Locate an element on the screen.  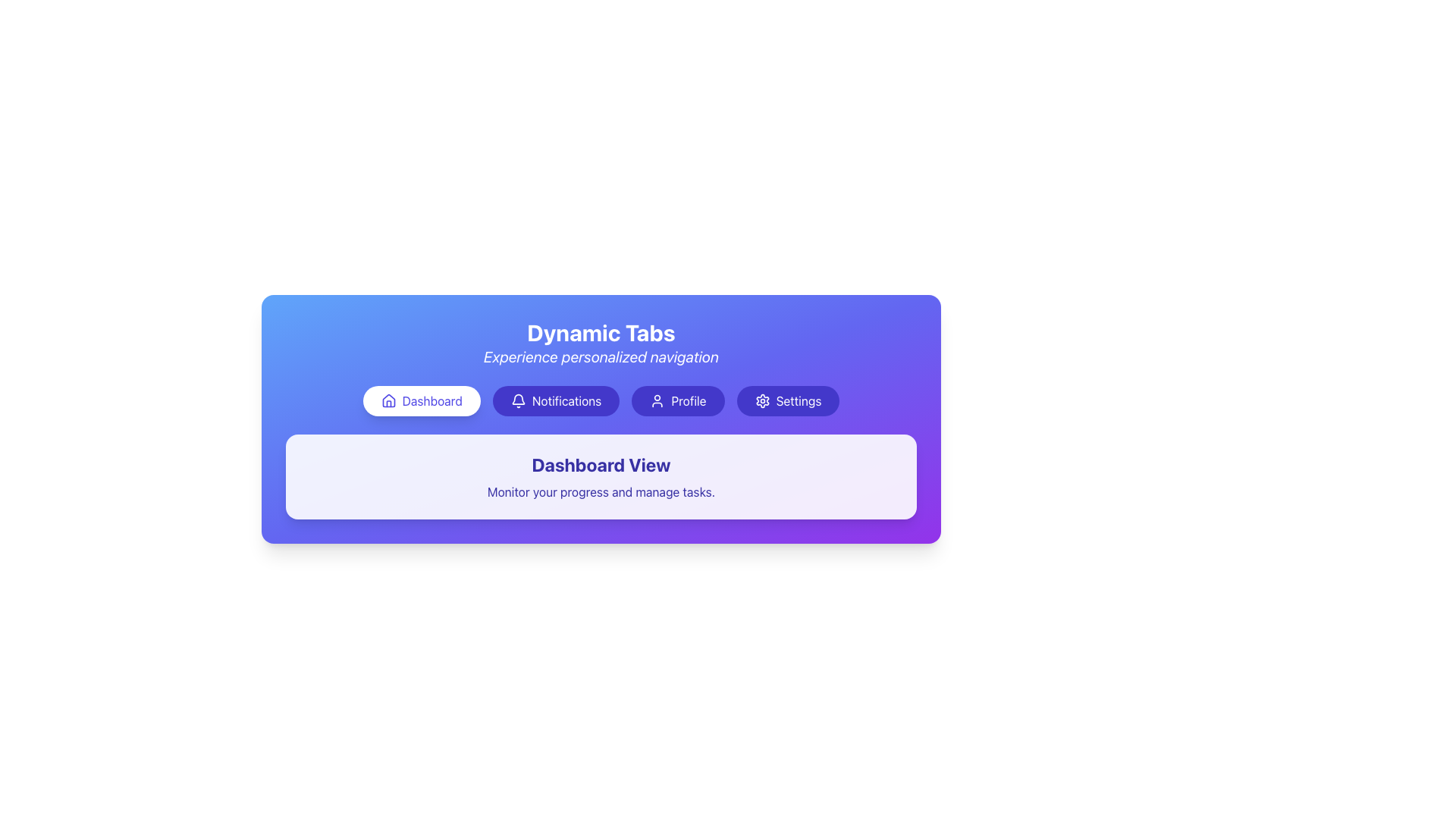
the non-interactive text label providing context for the 'Dashboard View' section, located below the 'Dashboard View' heading is located at coordinates (600, 491).